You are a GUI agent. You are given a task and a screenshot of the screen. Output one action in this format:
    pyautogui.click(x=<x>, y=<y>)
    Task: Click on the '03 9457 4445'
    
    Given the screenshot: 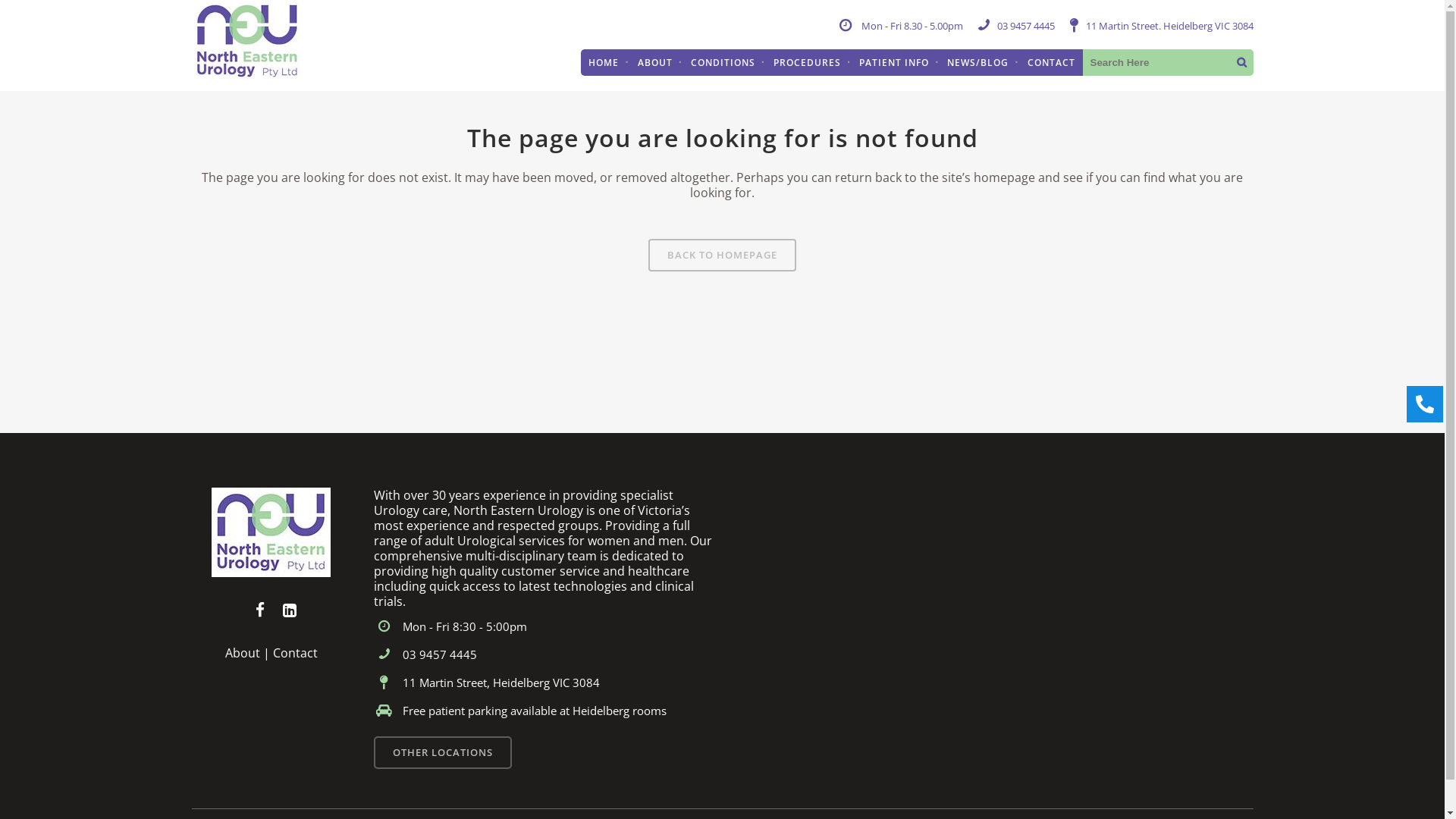 What is the action you would take?
    pyautogui.click(x=1025, y=26)
    